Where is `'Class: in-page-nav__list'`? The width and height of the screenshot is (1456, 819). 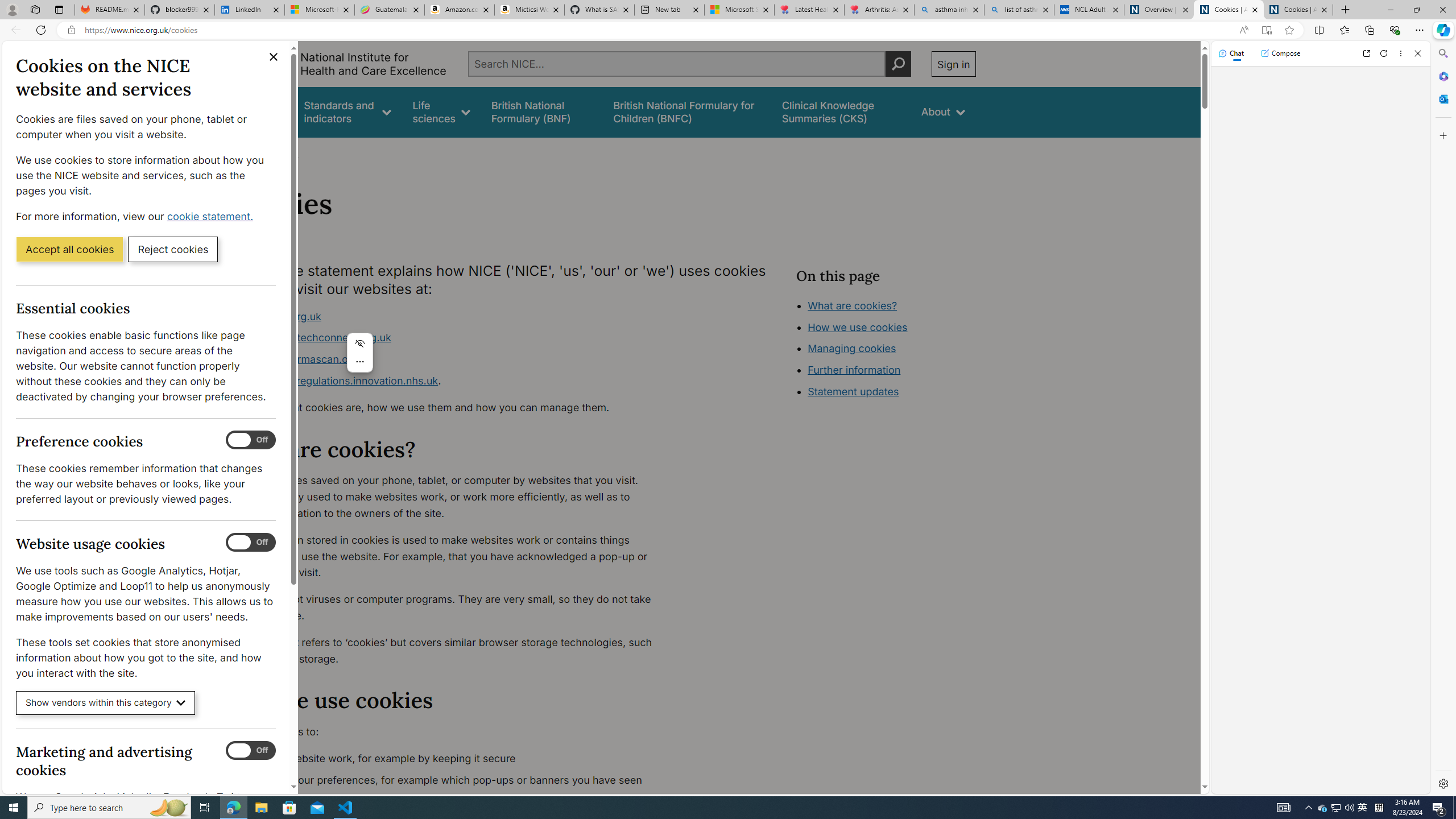 'Class: in-page-nav__list' is located at coordinates (885, 349).